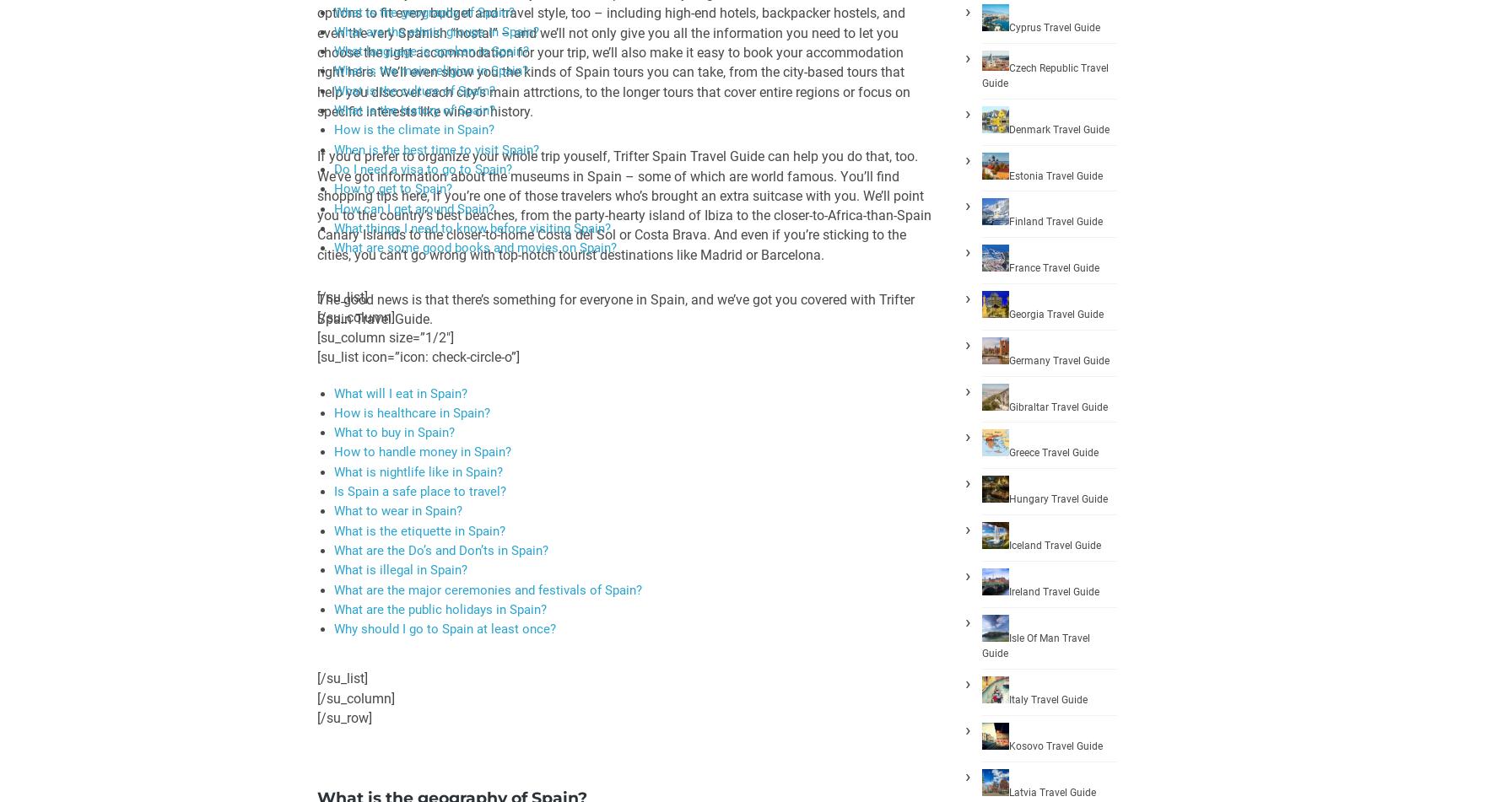  Describe the element at coordinates (436, 148) in the screenshot. I see `'When is the best time to visit Spain?'` at that location.